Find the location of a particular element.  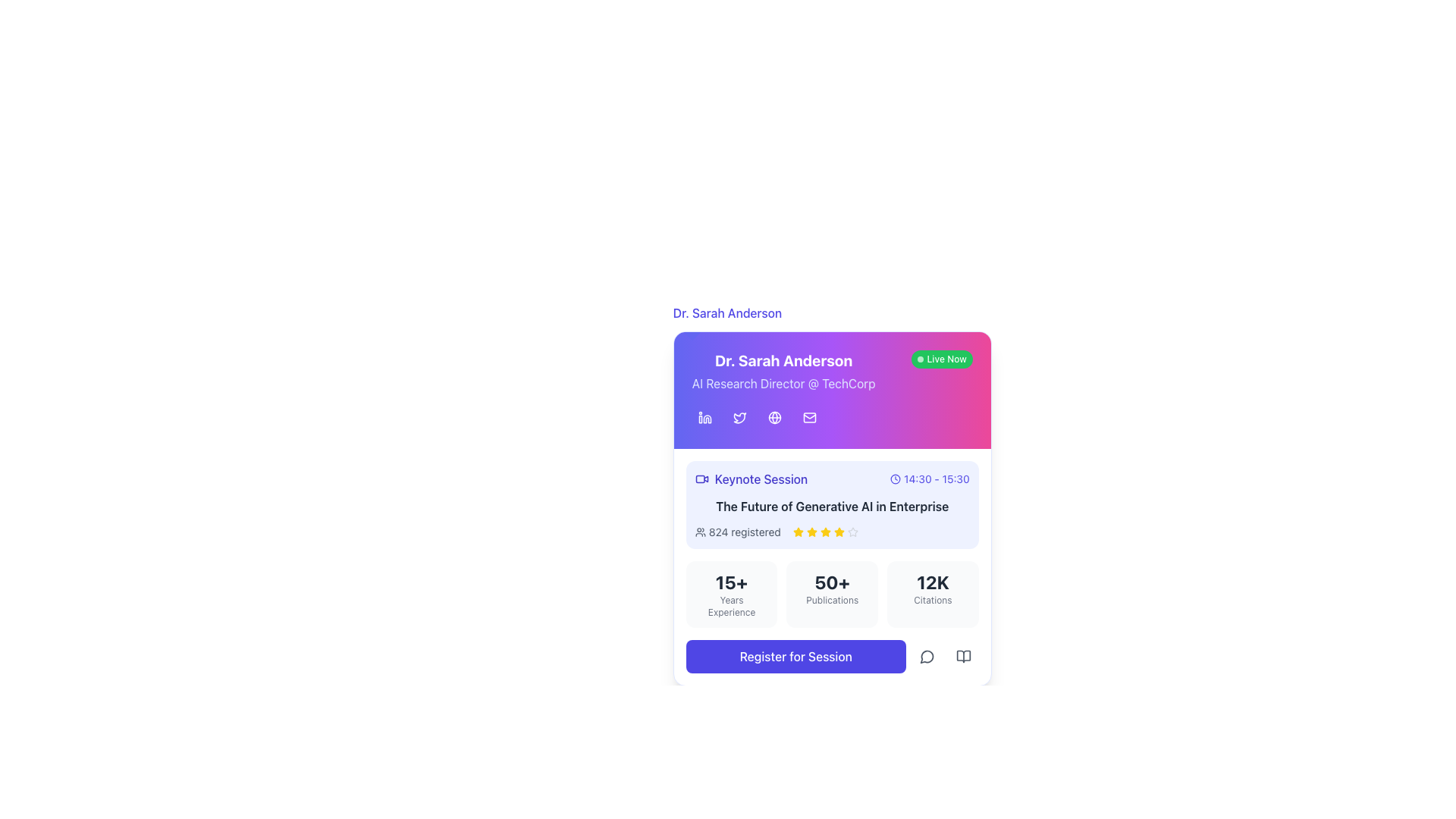

the LinkedIn profile button located at the top left corner of the social media icons row to visit Dr. Sarah Anderson's LinkedIn profile is located at coordinates (704, 418).